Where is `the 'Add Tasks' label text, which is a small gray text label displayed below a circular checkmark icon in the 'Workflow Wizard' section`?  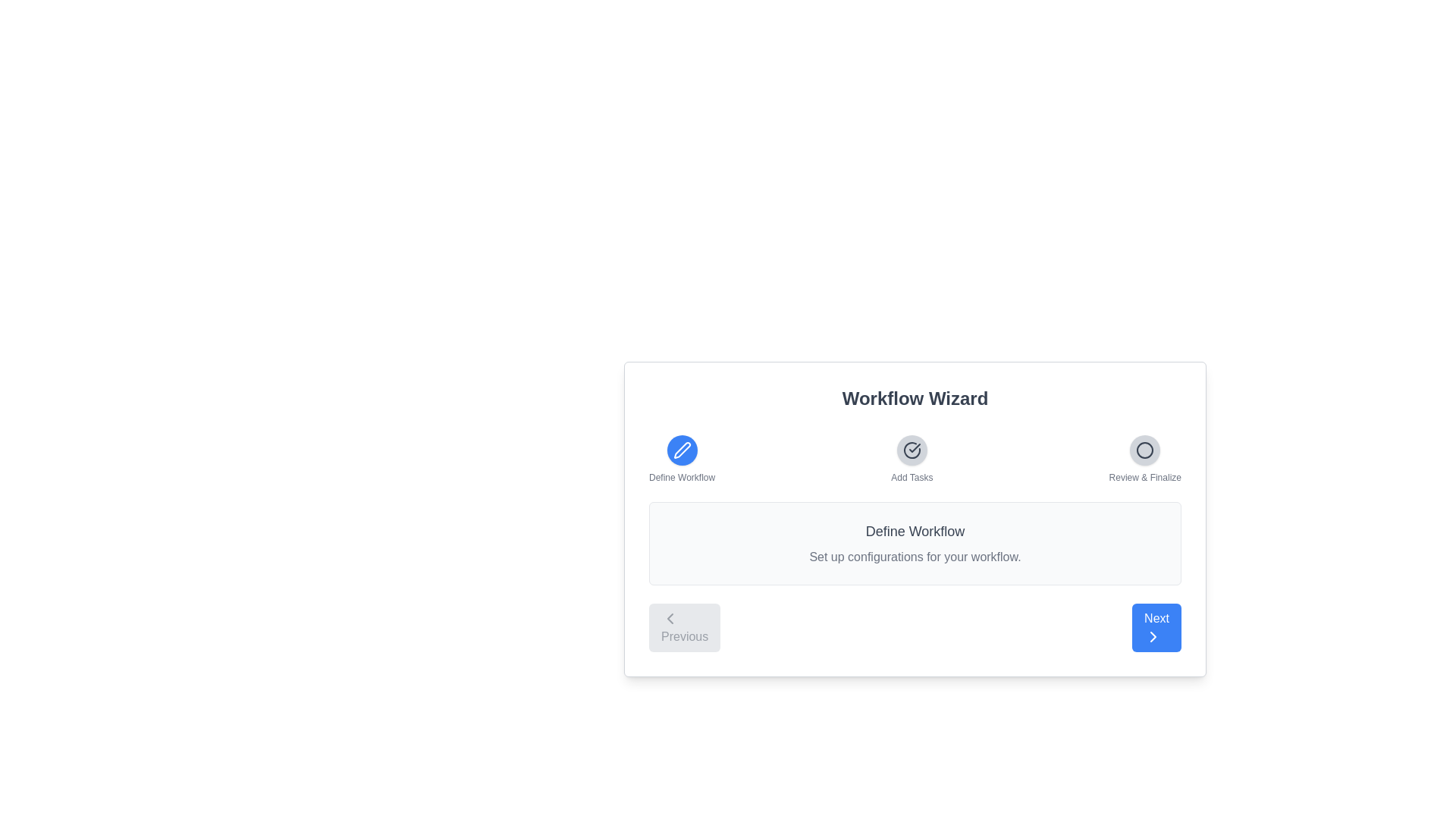
the 'Add Tasks' label text, which is a small gray text label displayed below a circular checkmark icon in the 'Workflow Wizard' section is located at coordinates (911, 476).